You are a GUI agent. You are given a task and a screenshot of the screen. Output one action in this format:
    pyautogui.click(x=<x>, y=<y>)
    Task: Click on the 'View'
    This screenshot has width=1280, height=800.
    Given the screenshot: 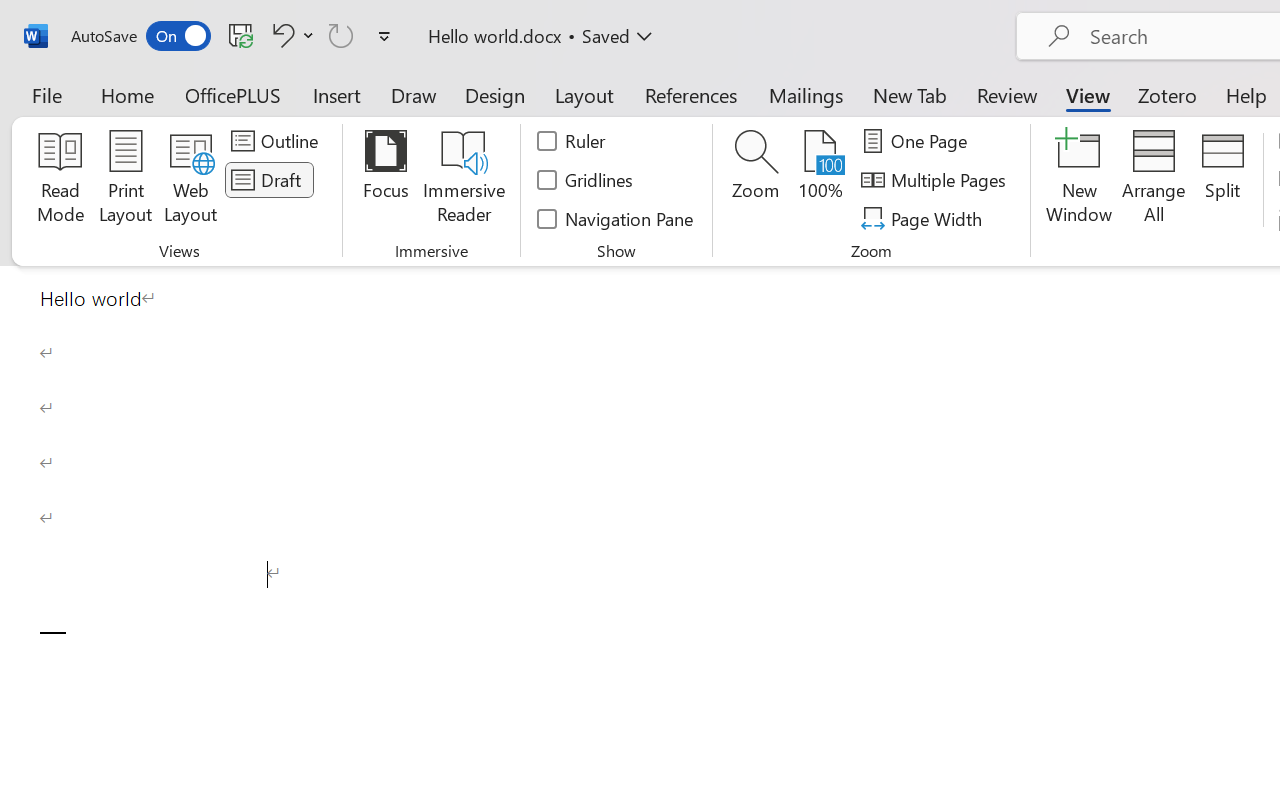 What is the action you would take?
    pyautogui.click(x=1087, y=94)
    